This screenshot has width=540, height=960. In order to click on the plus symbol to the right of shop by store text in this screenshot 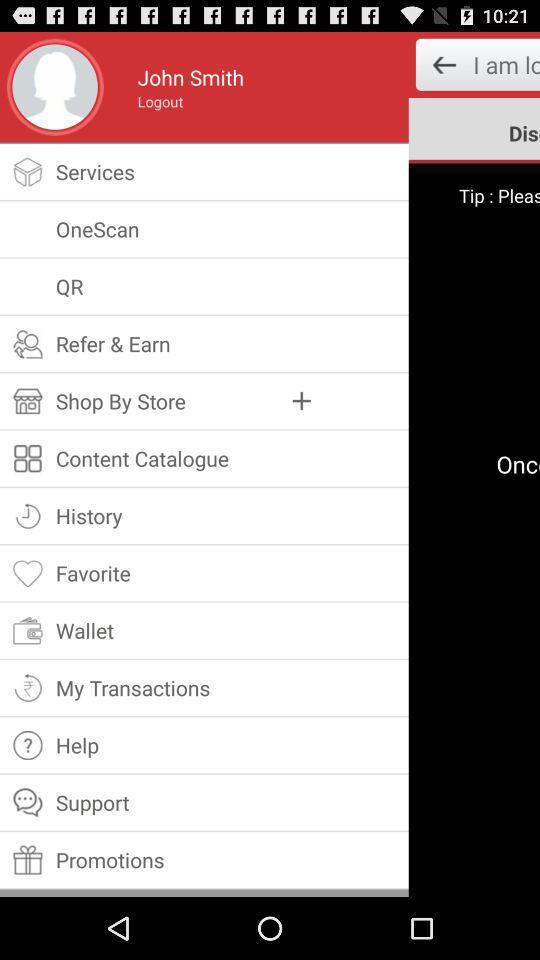, I will do `click(301, 400)`.